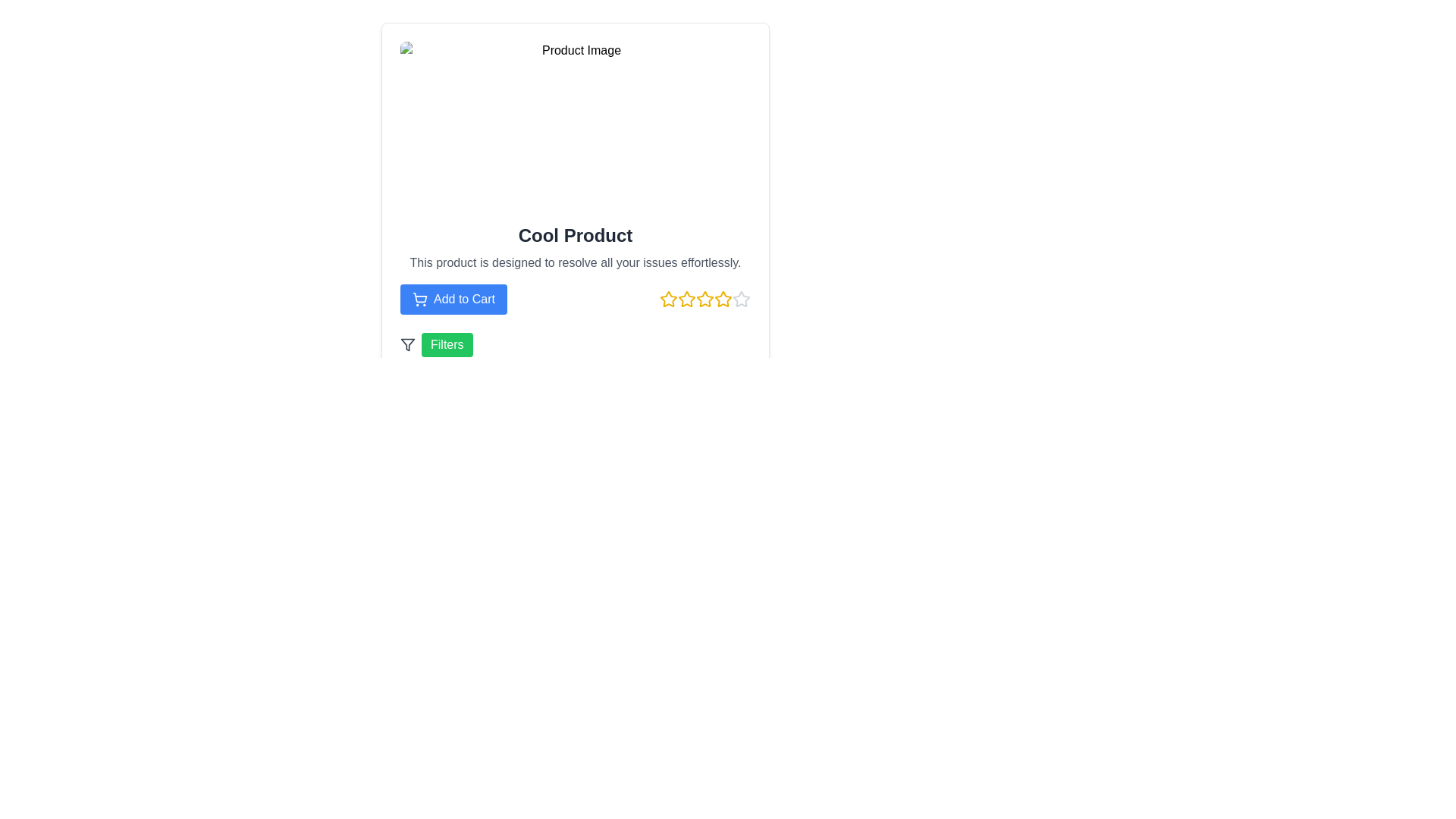 The width and height of the screenshot is (1456, 819). I want to click on the first star icon in the rating system to update or select a rating, so click(668, 299).